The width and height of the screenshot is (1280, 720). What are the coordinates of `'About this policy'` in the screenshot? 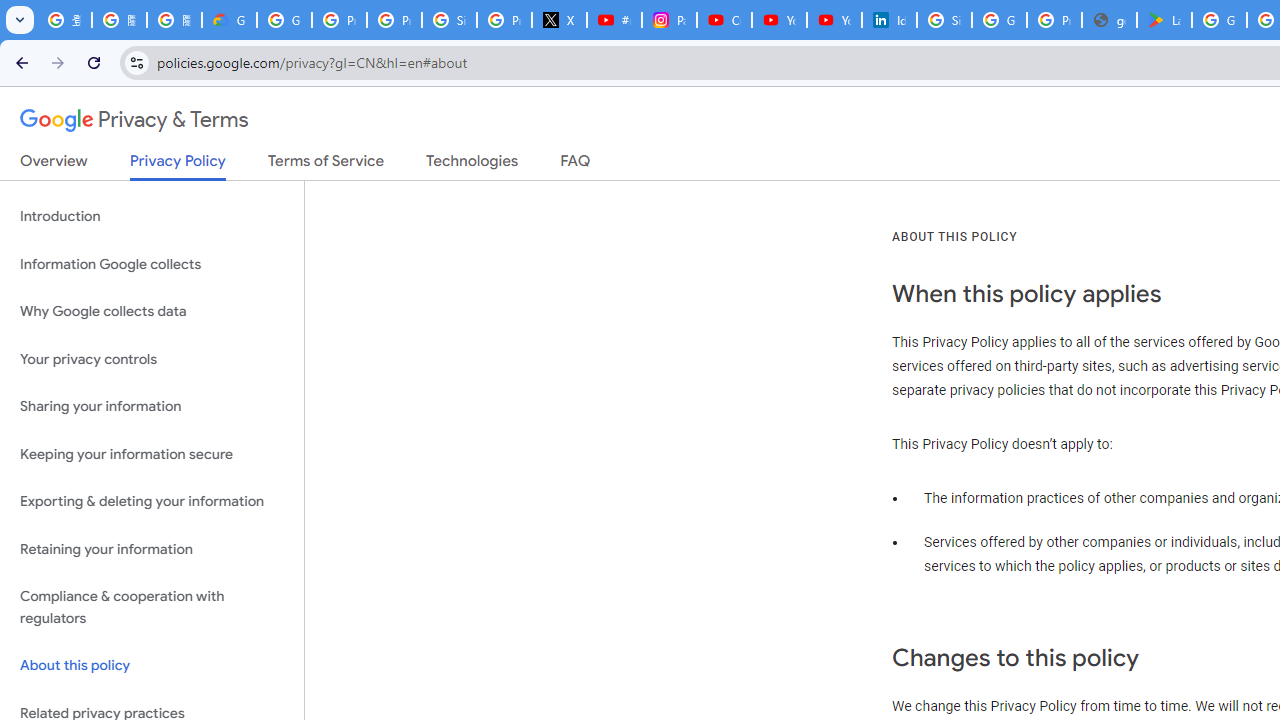 It's located at (151, 666).